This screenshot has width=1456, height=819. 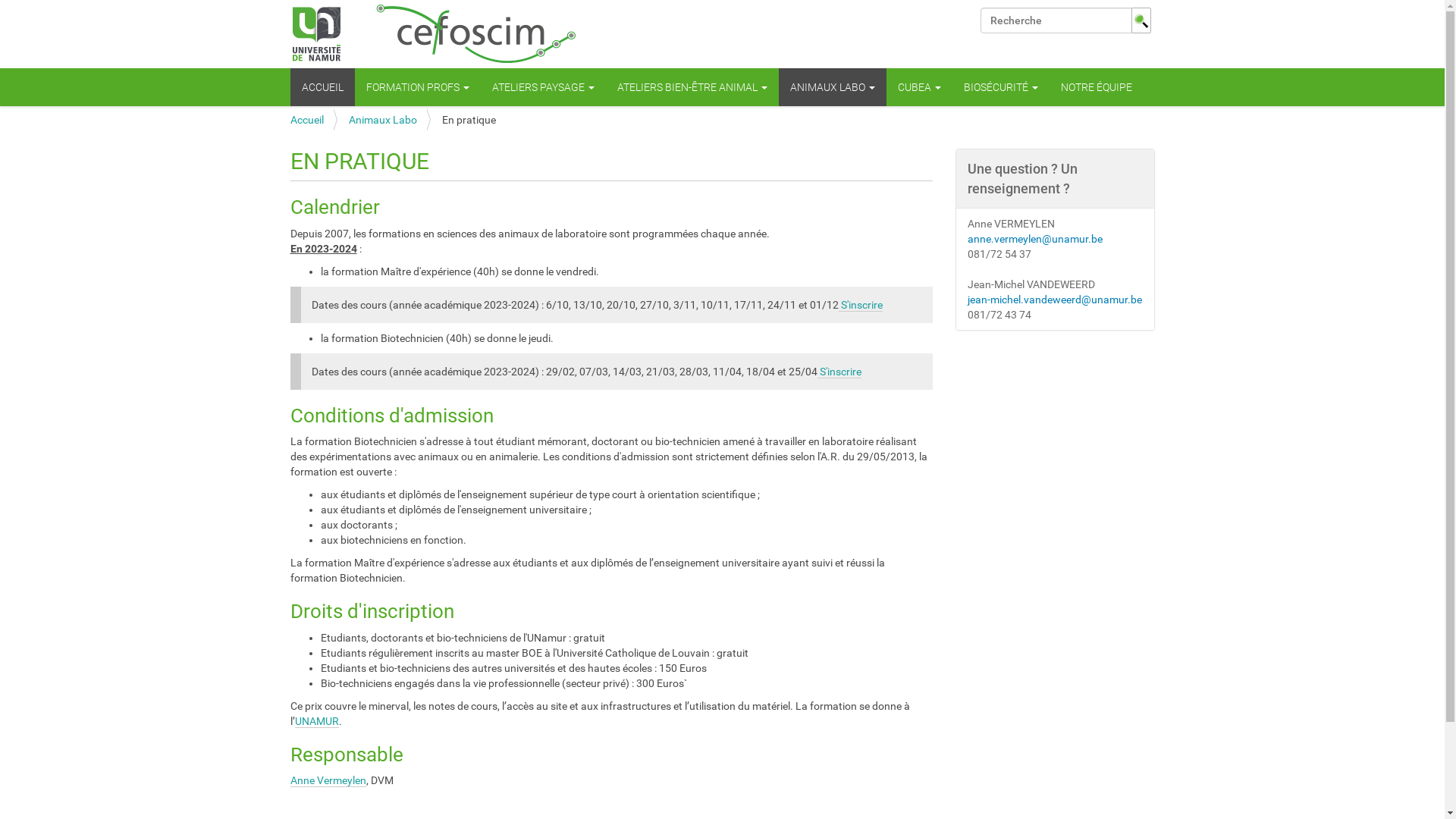 What do you see at coordinates (979, 20) in the screenshot?
I see `'Recherche'` at bounding box center [979, 20].